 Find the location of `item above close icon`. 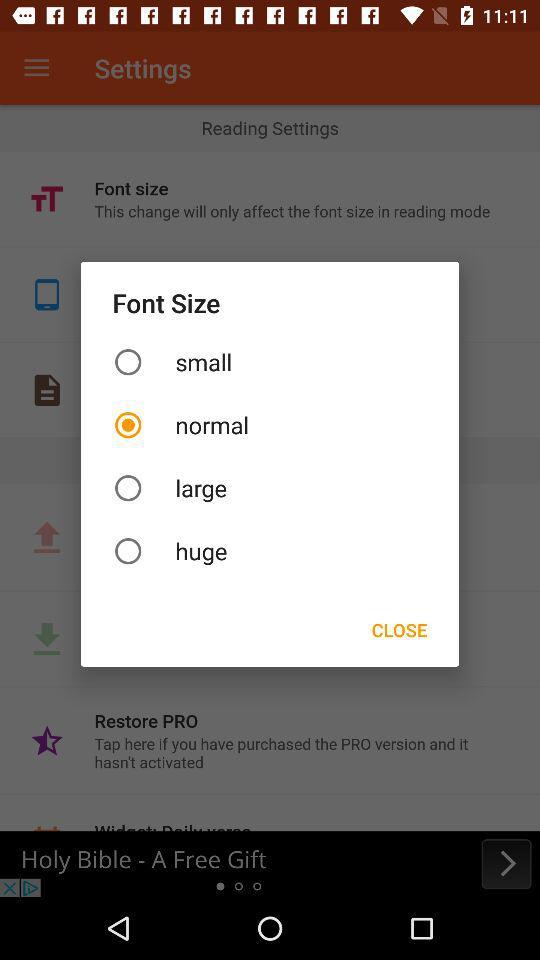

item above close icon is located at coordinates (270, 551).